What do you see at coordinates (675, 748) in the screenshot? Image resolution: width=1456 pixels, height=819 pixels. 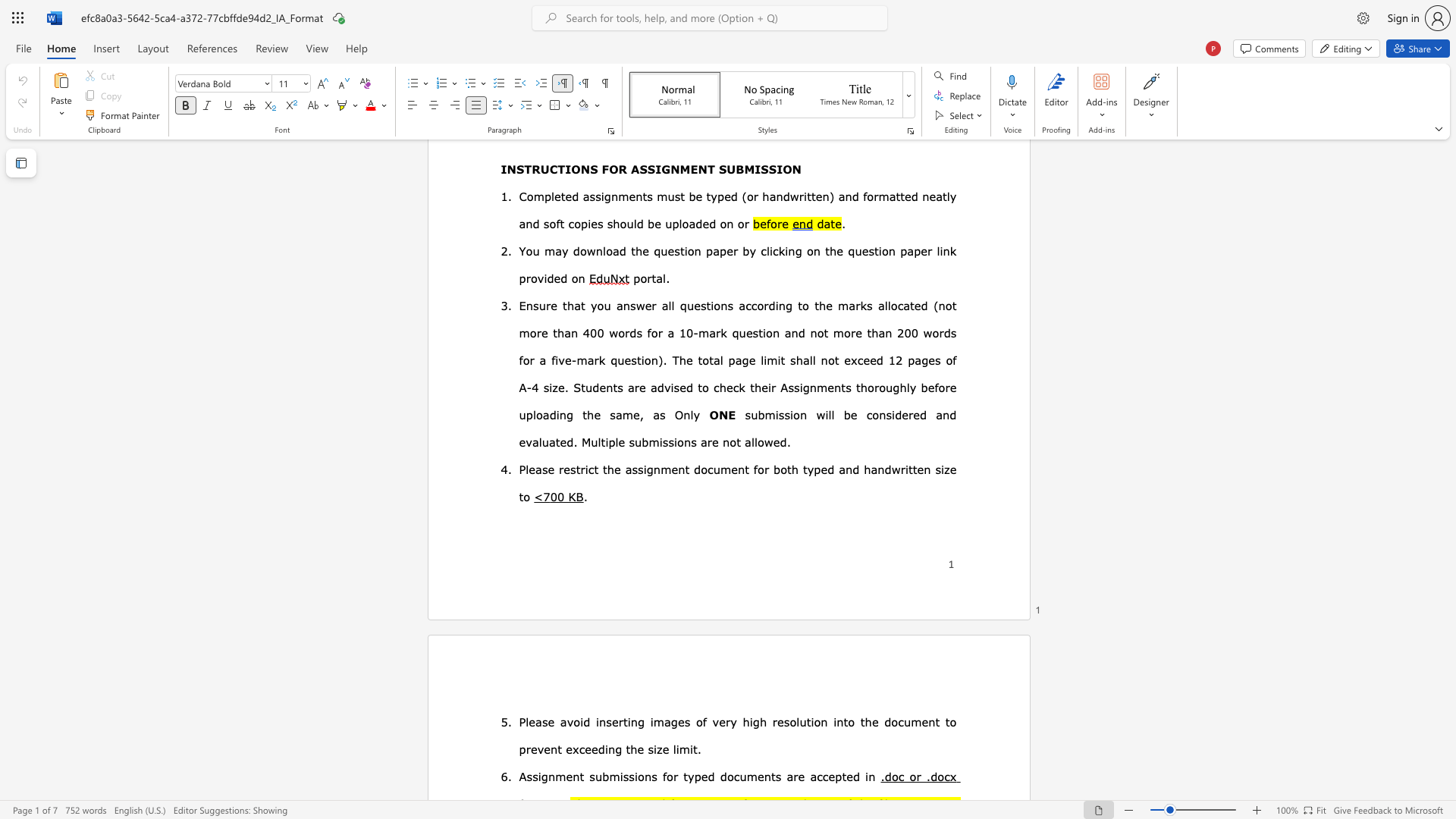 I see `the subset text "imi" within the text "the size limit."` at bounding box center [675, 748].